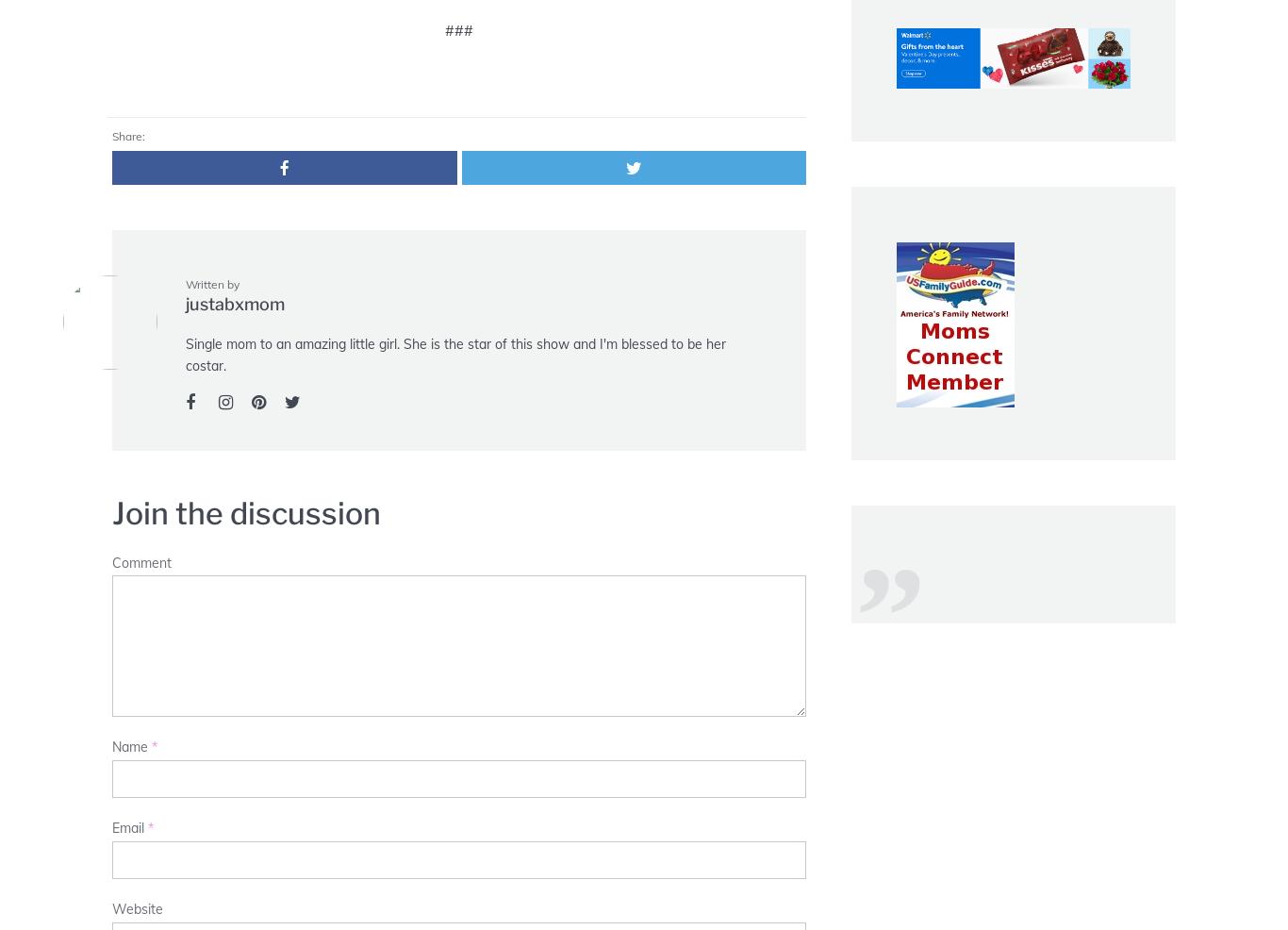 This screenshot has width=1288, height=930. I want to click on 'Email', so click(110, 827).